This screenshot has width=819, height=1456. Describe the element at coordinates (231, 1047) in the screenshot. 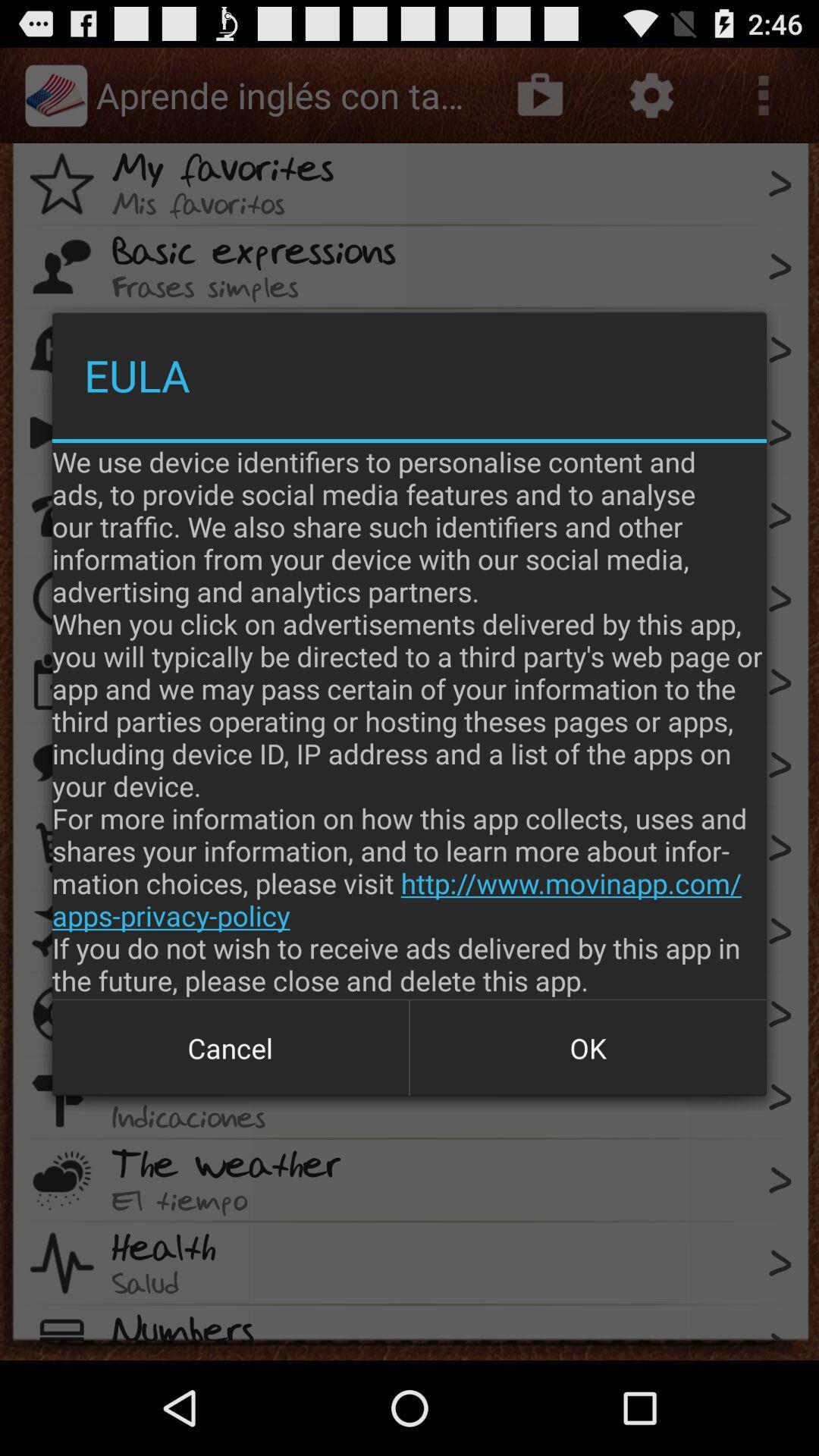

I see `app below we use device item` at that location.